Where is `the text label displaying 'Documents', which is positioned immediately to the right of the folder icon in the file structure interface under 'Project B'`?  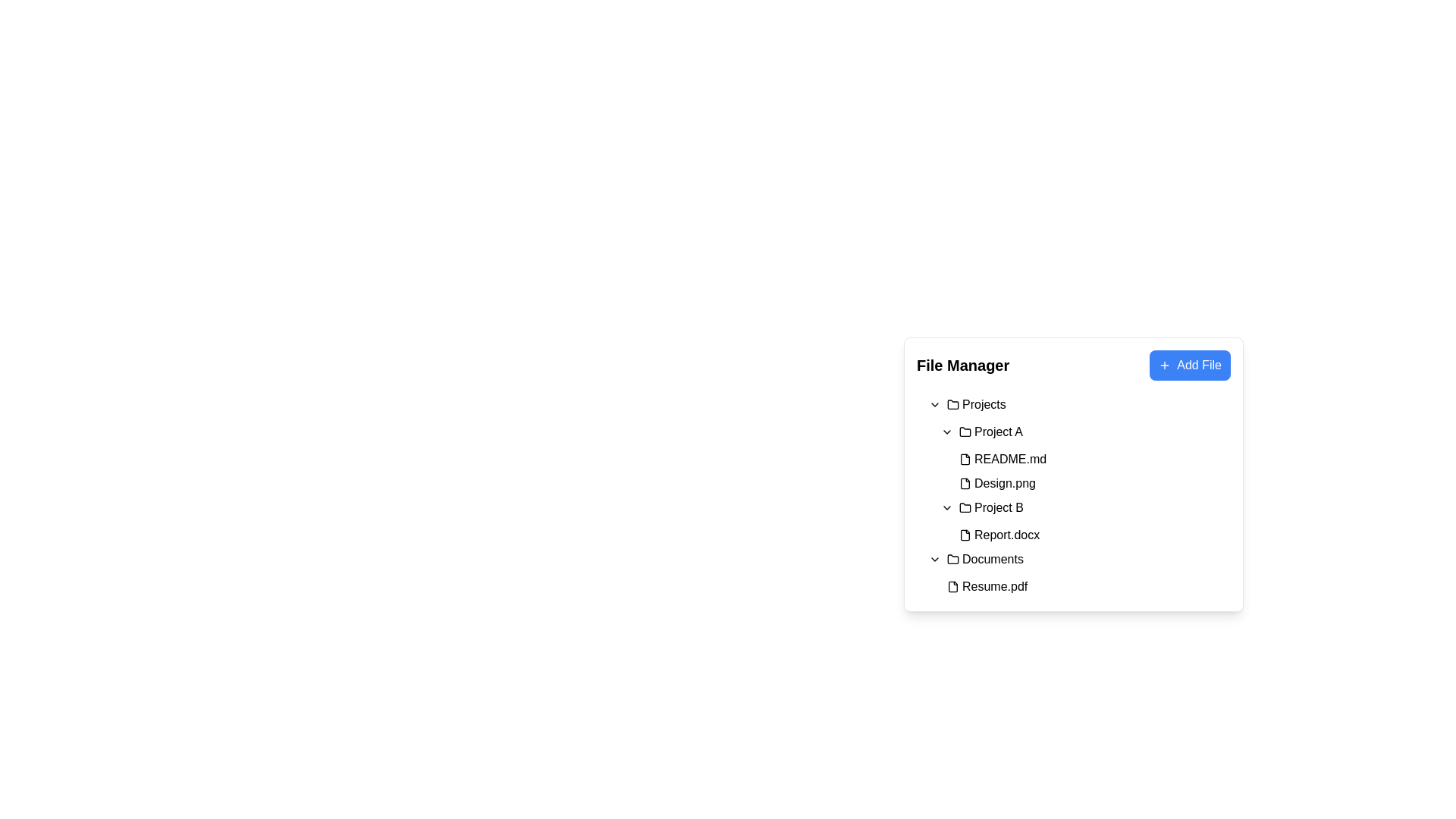
the text label displaying 'Documents', which is positioned immediately to the right of the folder icon in the file structure interface under 'Project B' is located at coordinates (993, 559).